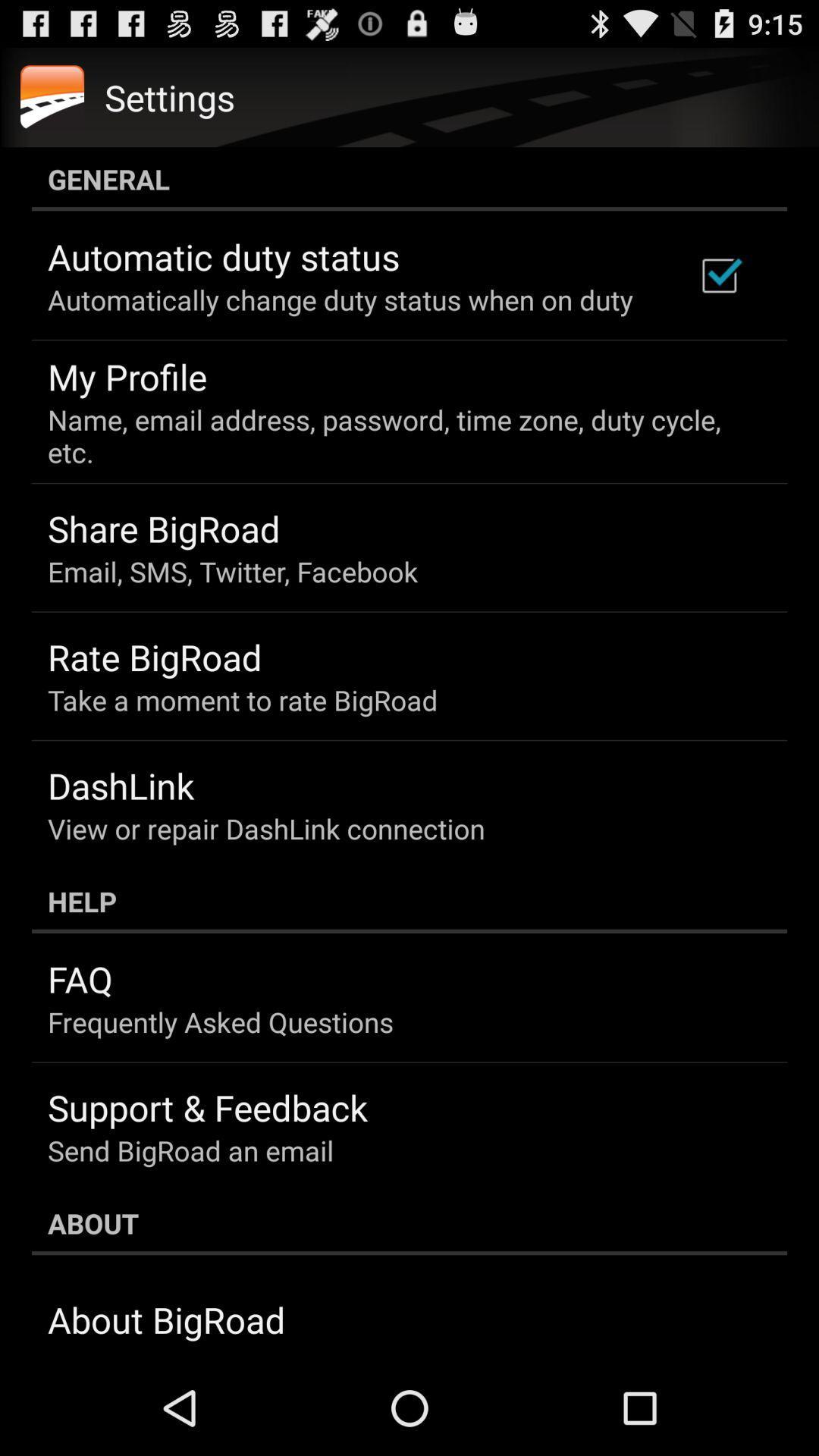  Describe the element at coordinates (265, 827) in the screenshot. I see `the icon above help item` at that location.